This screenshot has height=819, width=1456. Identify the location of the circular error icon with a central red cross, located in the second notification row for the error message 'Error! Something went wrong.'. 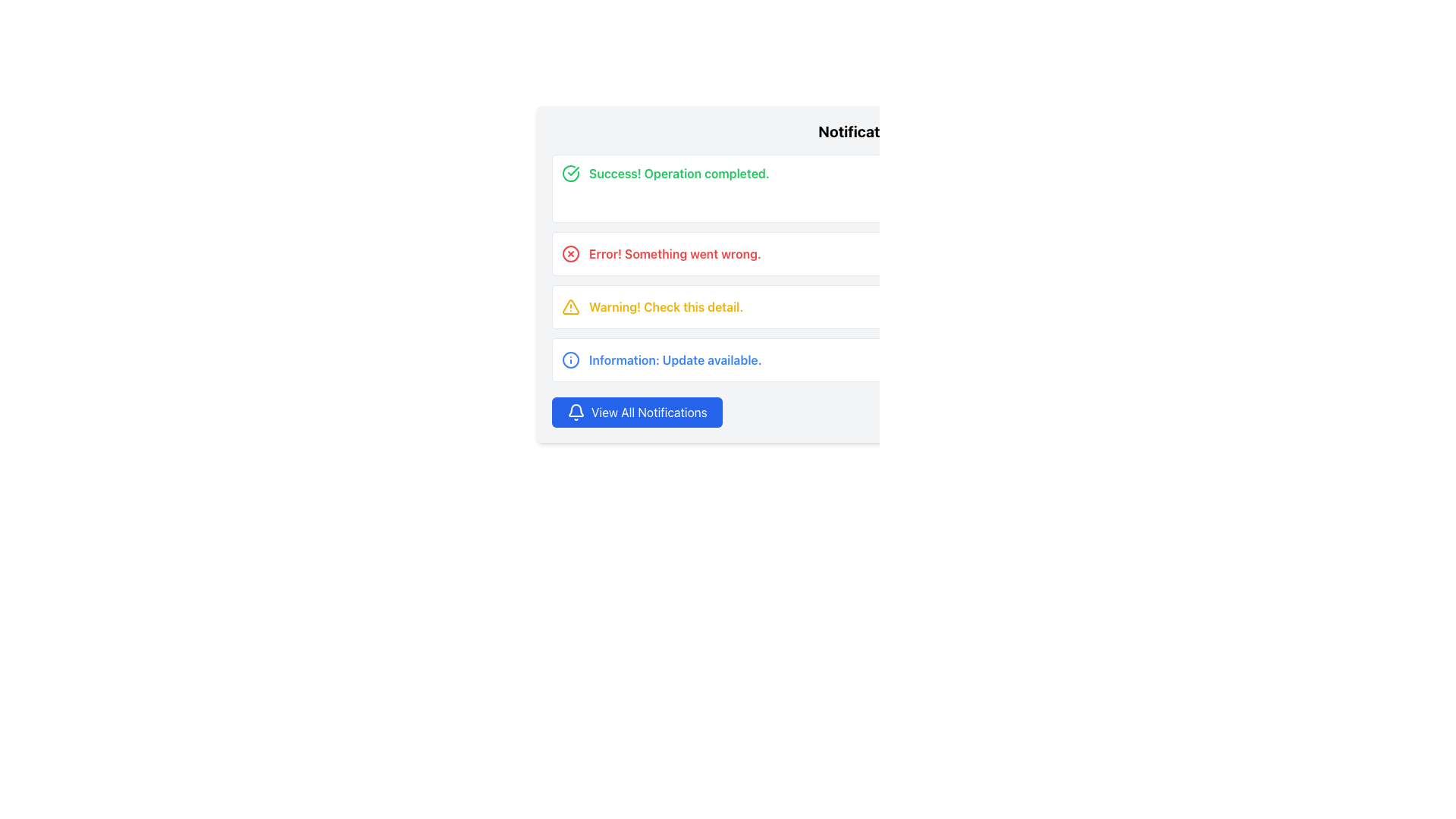
(570, 253).